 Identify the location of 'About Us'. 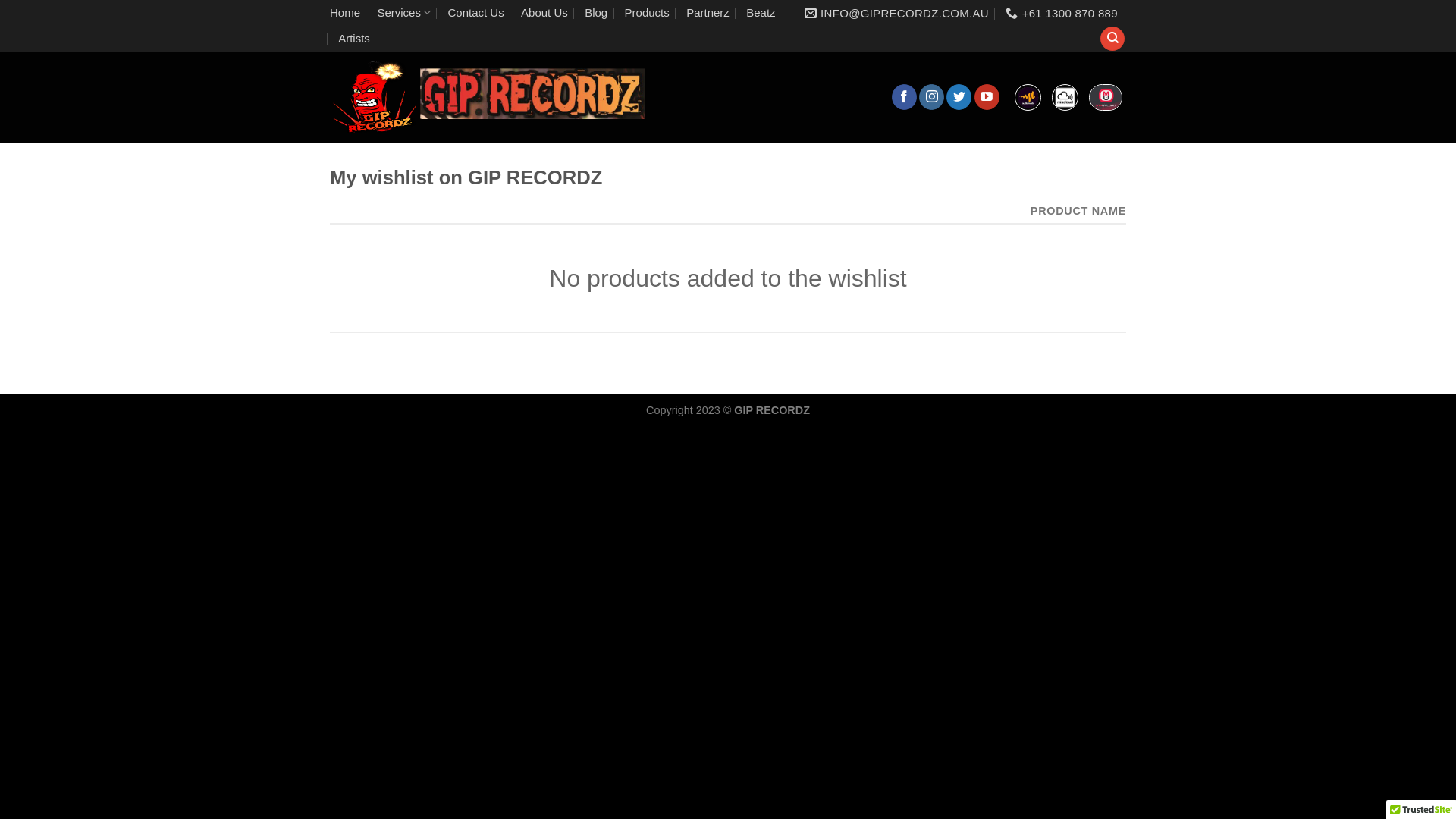
(544, 12).